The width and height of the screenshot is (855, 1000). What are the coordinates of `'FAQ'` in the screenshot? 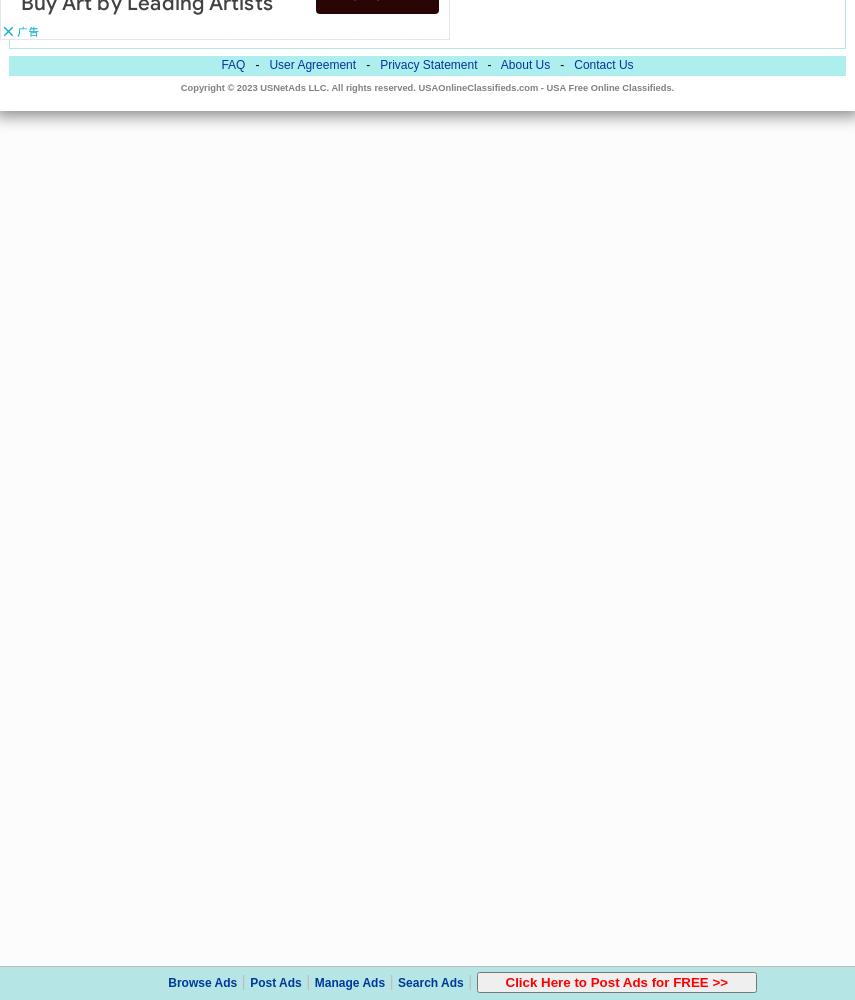 It's located at (231, 64).